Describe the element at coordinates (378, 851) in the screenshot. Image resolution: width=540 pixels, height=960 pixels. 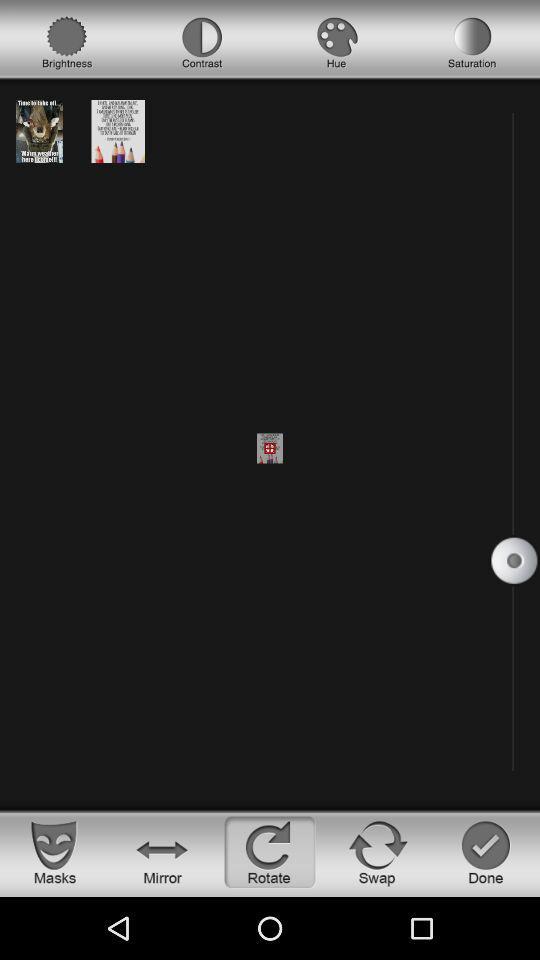
I see `the refresh icon` at that location.